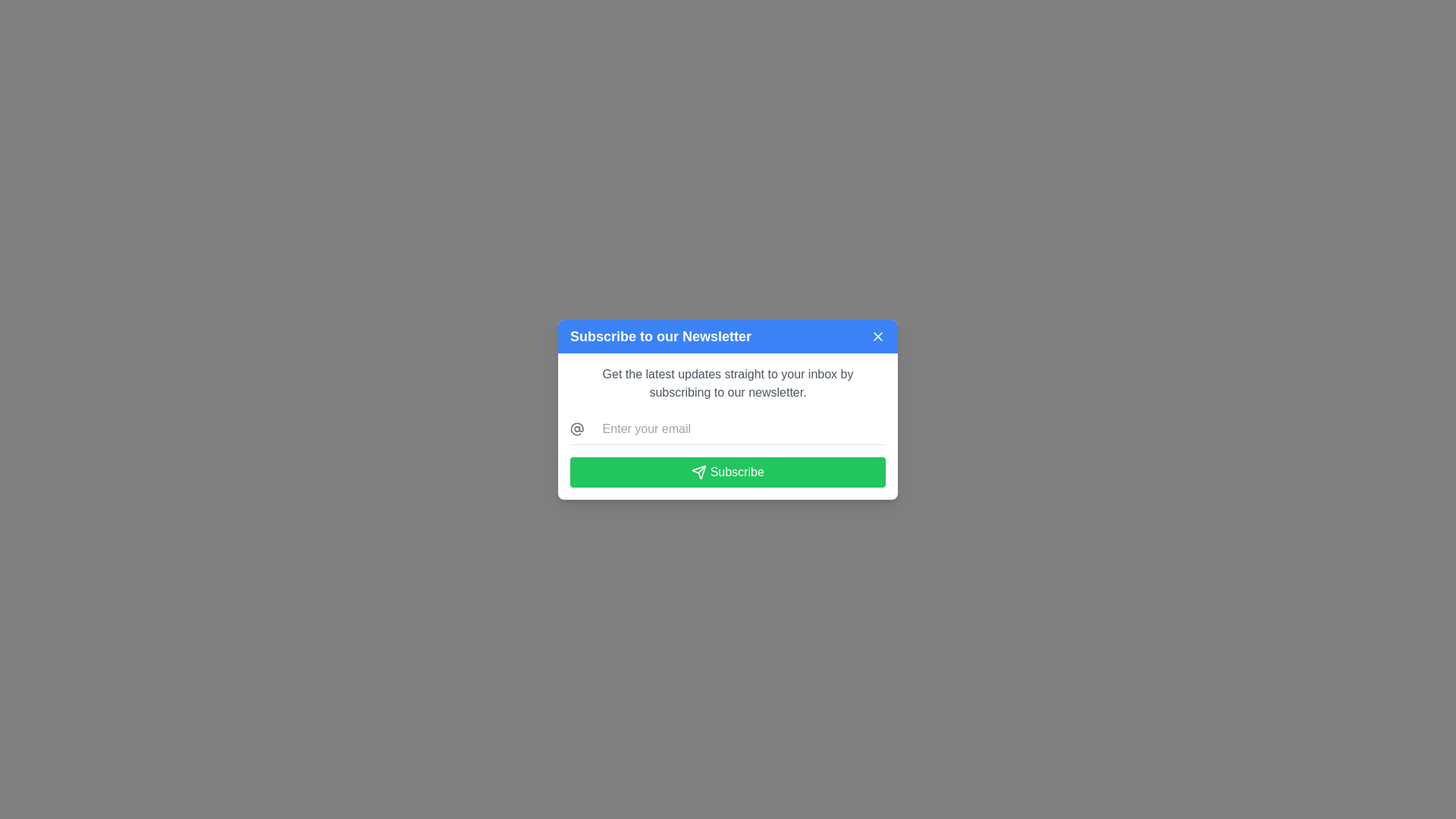  Describe the element at coordinates (576, 428) in the screenshot. I see `the circular '@' symbol icon rendered in gray, which is positioned to the left of the email input field labeled 'Enter your email' in the middle section of the popup modal` at that location.